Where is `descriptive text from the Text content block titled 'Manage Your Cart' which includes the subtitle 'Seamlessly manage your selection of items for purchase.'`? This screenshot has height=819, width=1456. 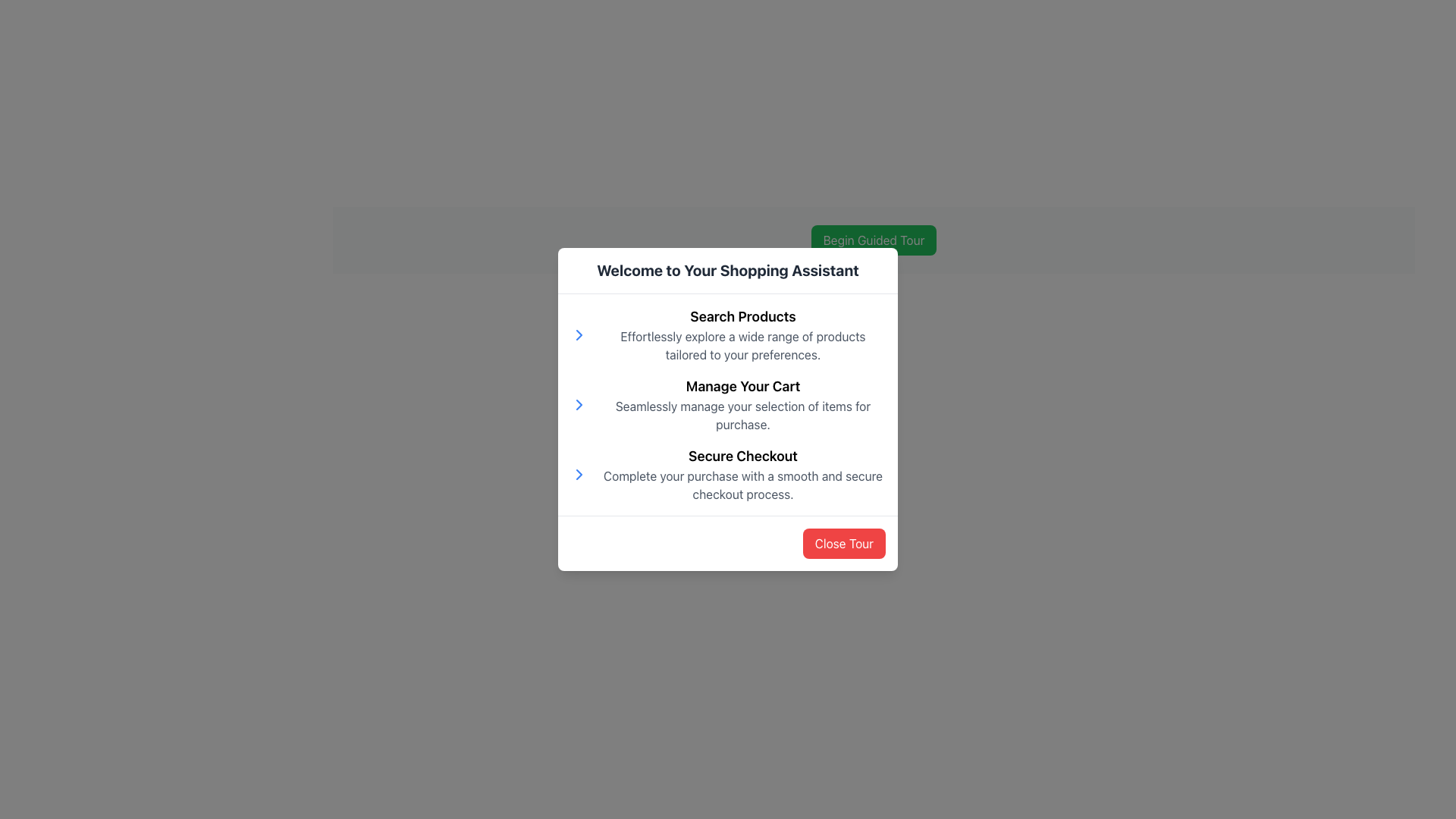
descriptive text from the Text content block titled 'Manage Your Cart' which includes the subtitle 'Seamlessly manage your selection of items for purchase.' is located at coordinates (742, 403).